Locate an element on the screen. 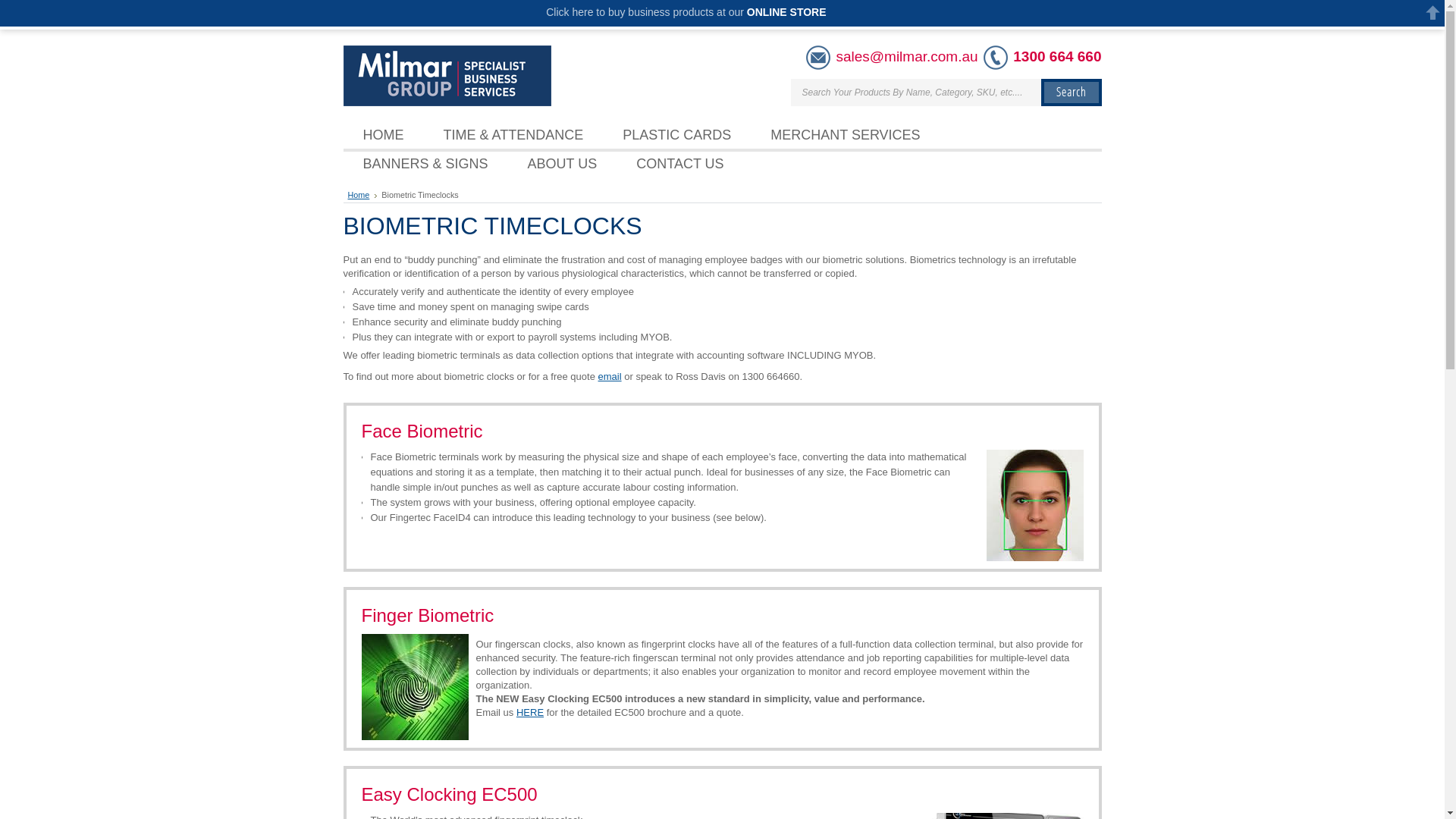  'ONLINE STORE' is located at coordinates (786, 11).